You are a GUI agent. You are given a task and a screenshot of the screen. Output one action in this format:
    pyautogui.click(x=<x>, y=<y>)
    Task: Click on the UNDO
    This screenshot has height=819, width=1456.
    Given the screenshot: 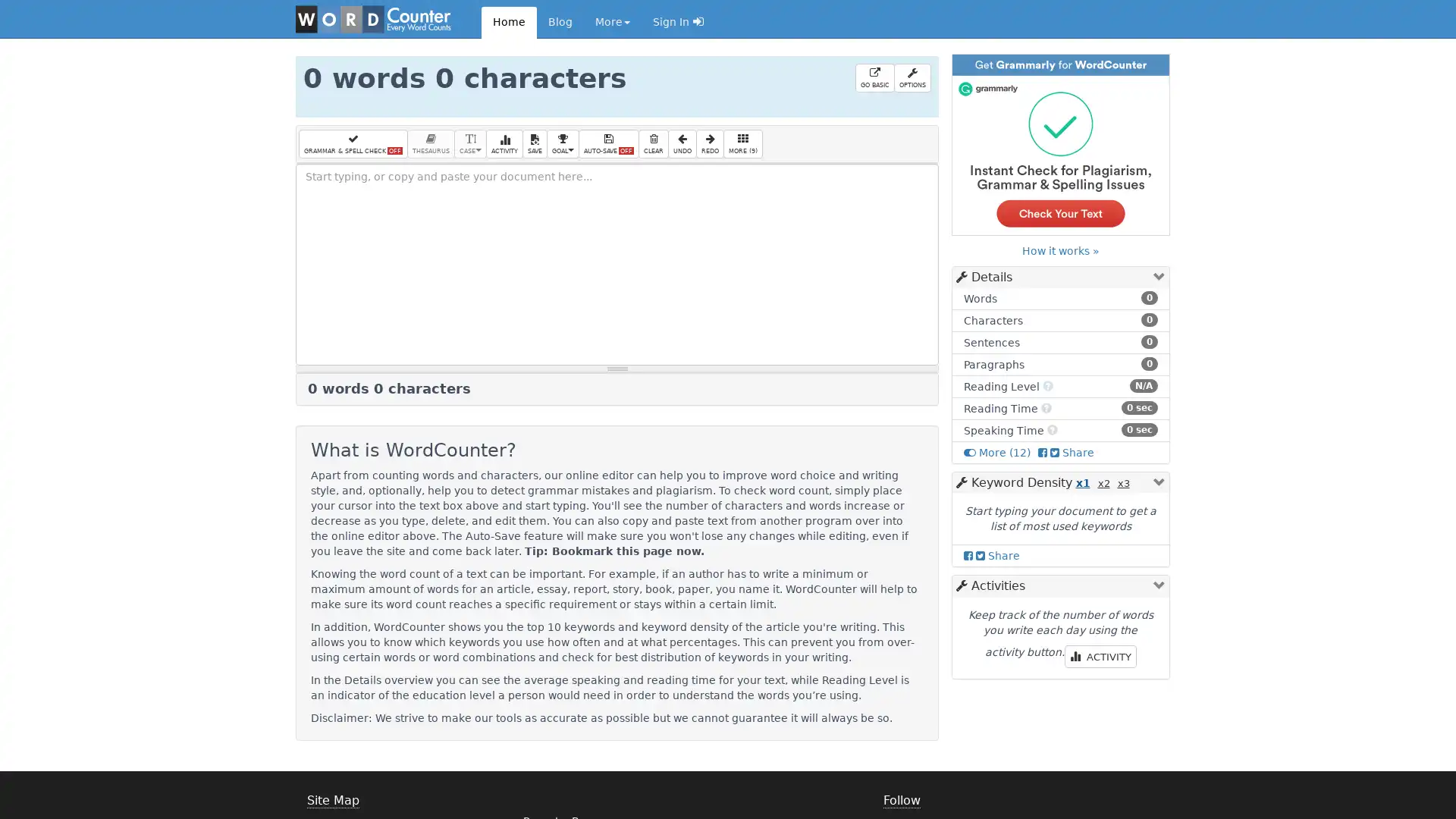 What is the action you would take?
    pyautogui.click(x=682, y=143)
    